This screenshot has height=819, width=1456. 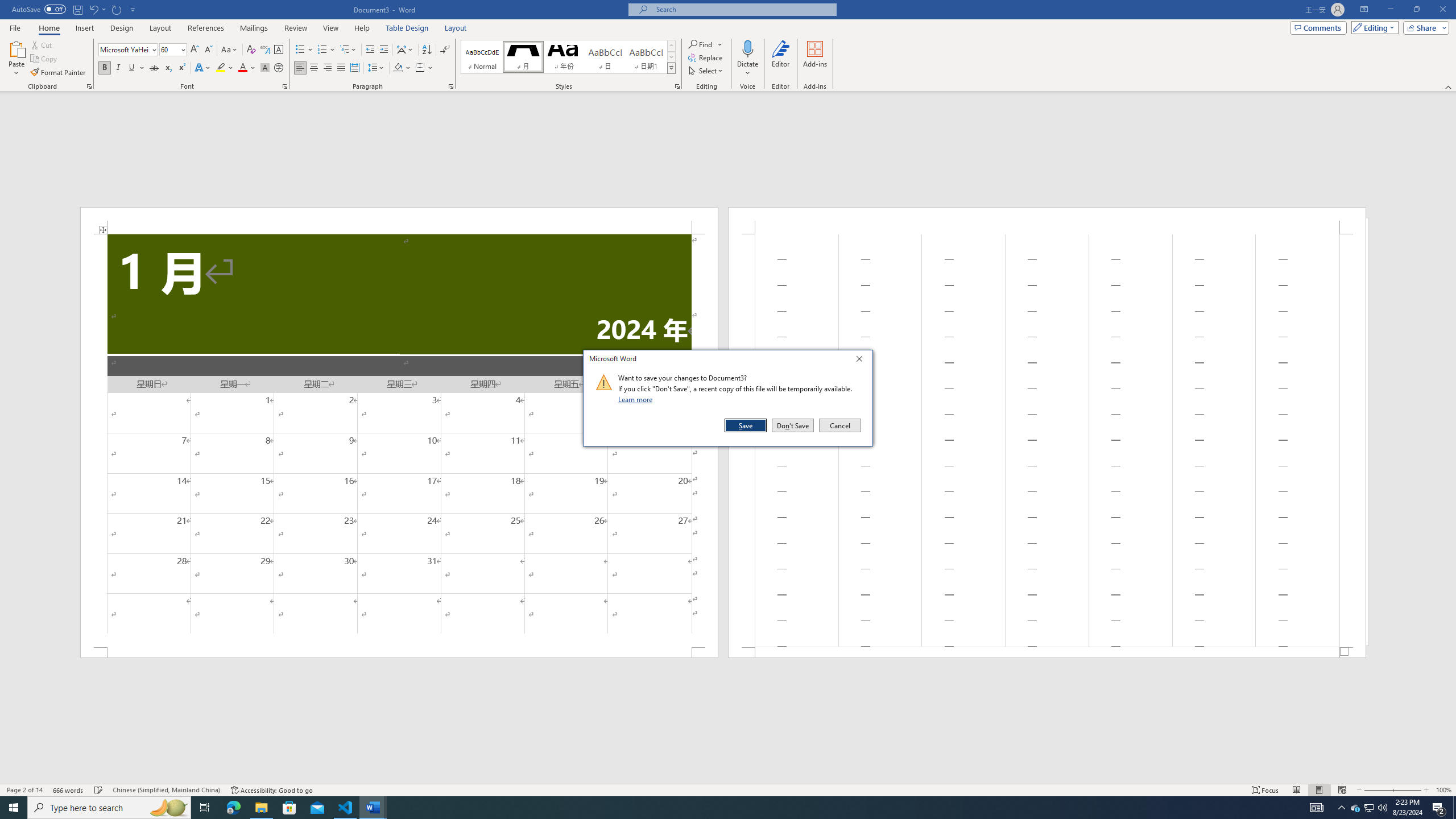 I want to click on 'Cancel', so click(x=839, y=425).